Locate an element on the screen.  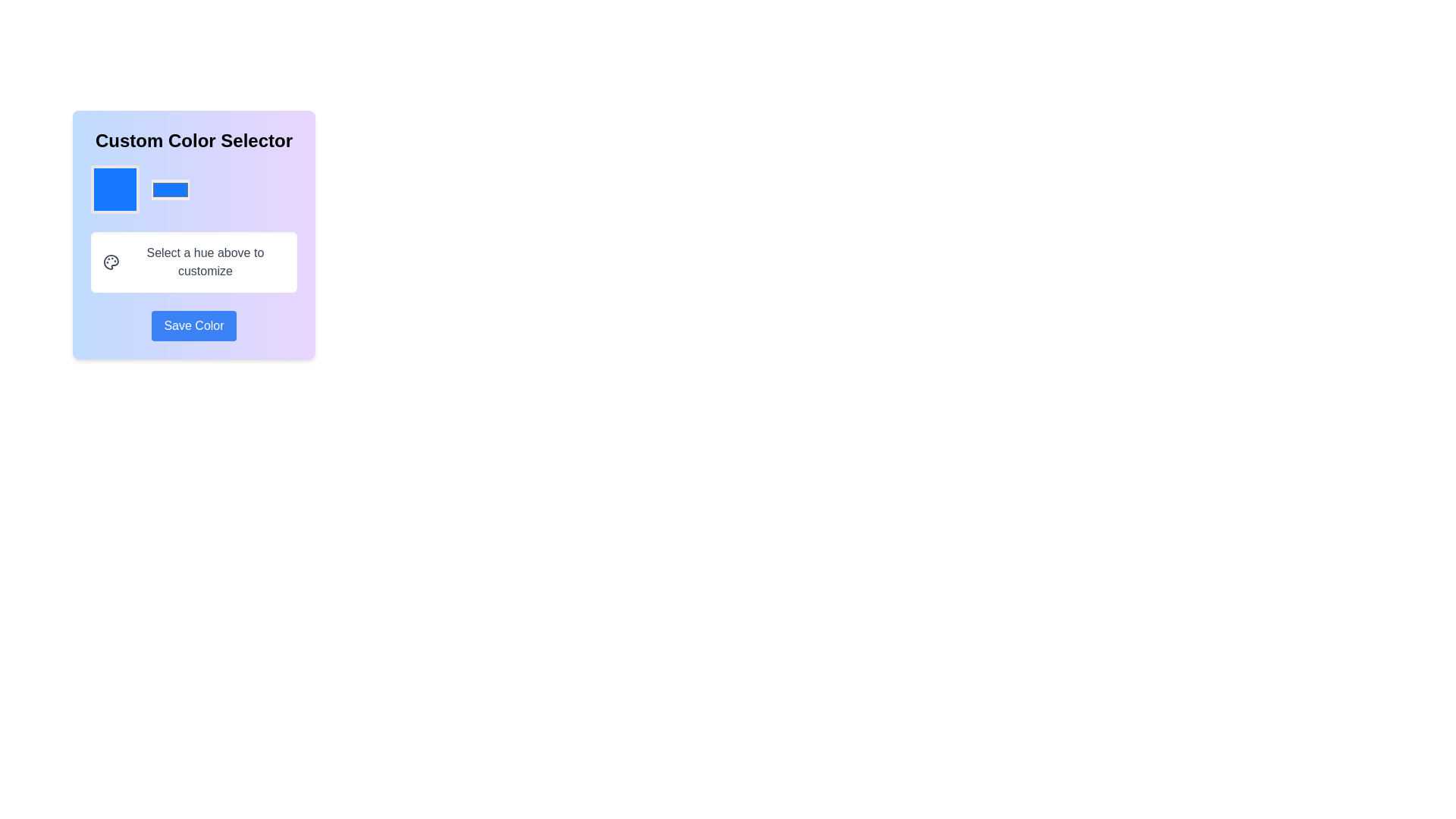
the save button located at the bottom of the styled rectangular card is located at coordinates (193, 325).